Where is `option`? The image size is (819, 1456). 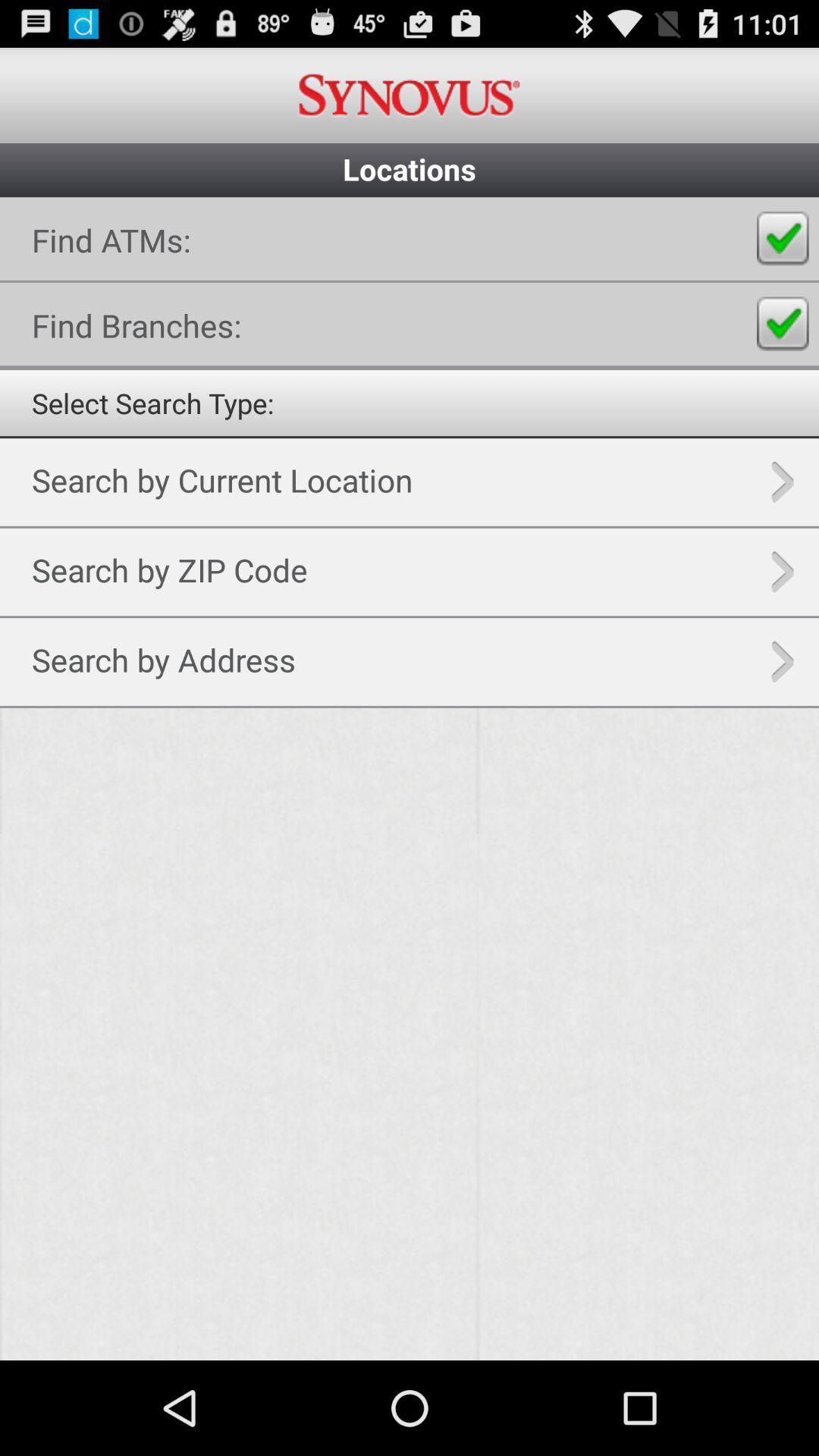 option is located at coordinates (409, 779).